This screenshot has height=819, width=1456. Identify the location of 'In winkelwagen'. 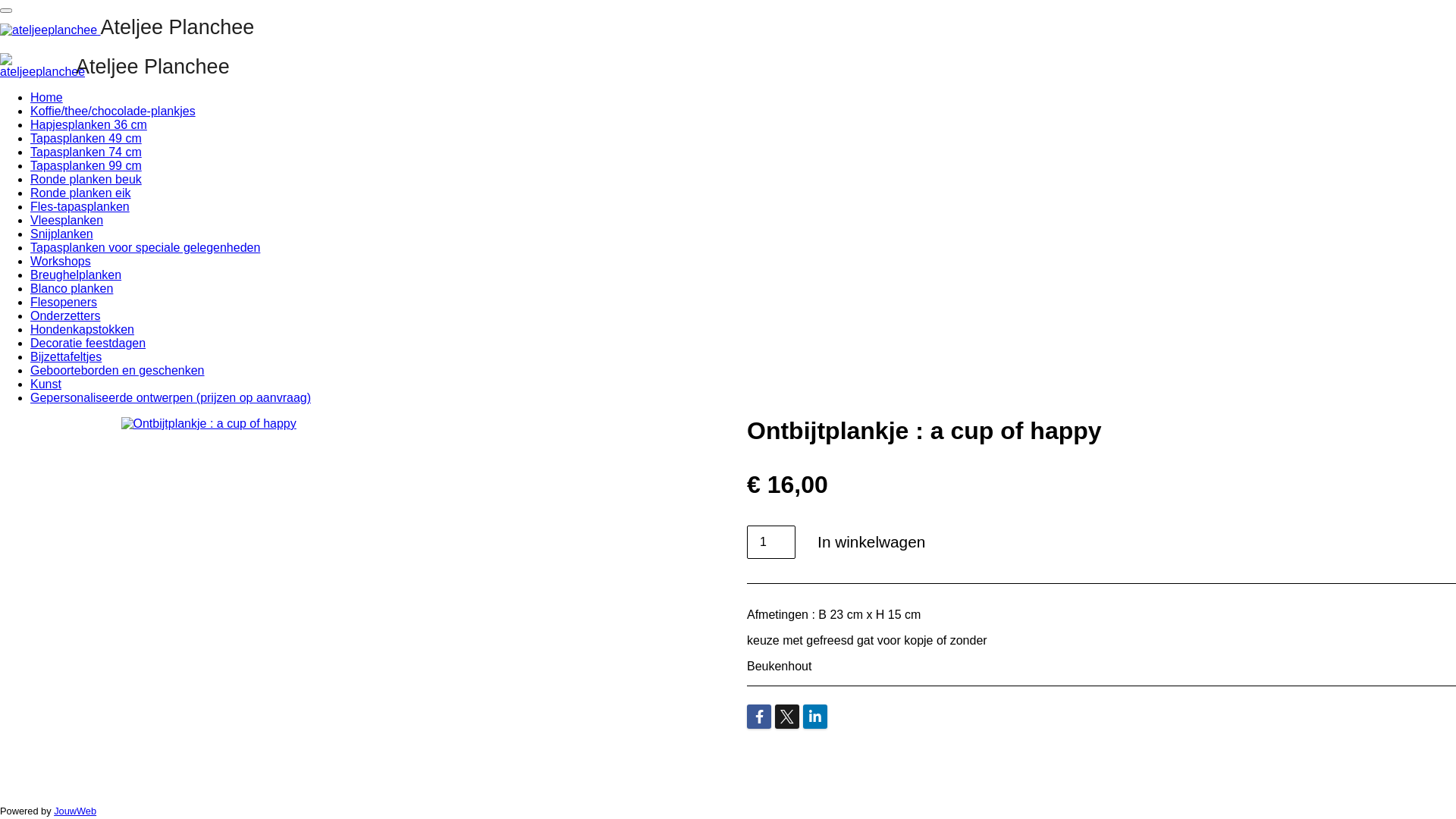
(802, 541).